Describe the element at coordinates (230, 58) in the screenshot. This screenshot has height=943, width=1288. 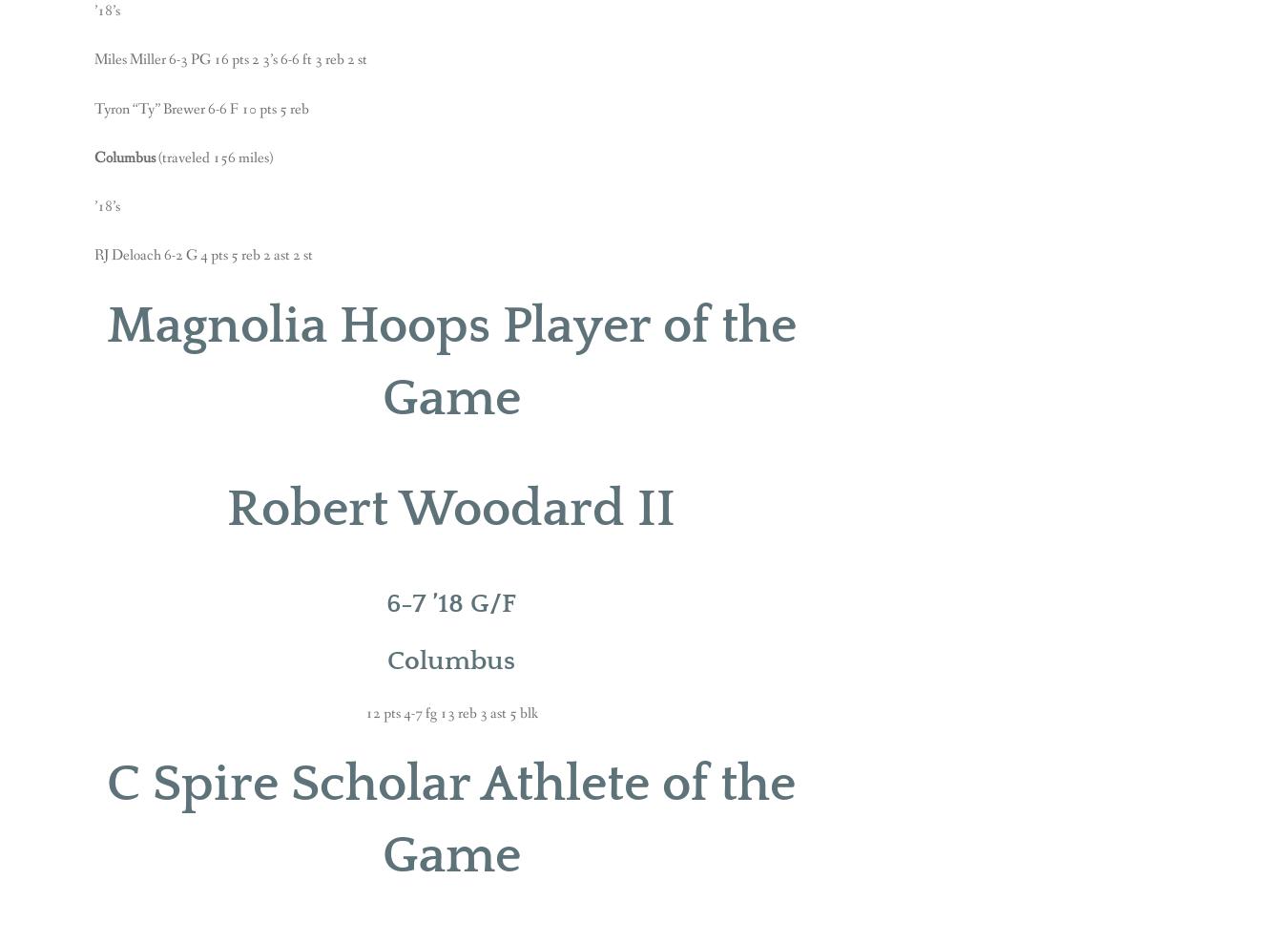
I see `'Miles Miller 6-3 PG 16 pts 2 3’s 6-6 ft 3 reb 2 st'` at that location.